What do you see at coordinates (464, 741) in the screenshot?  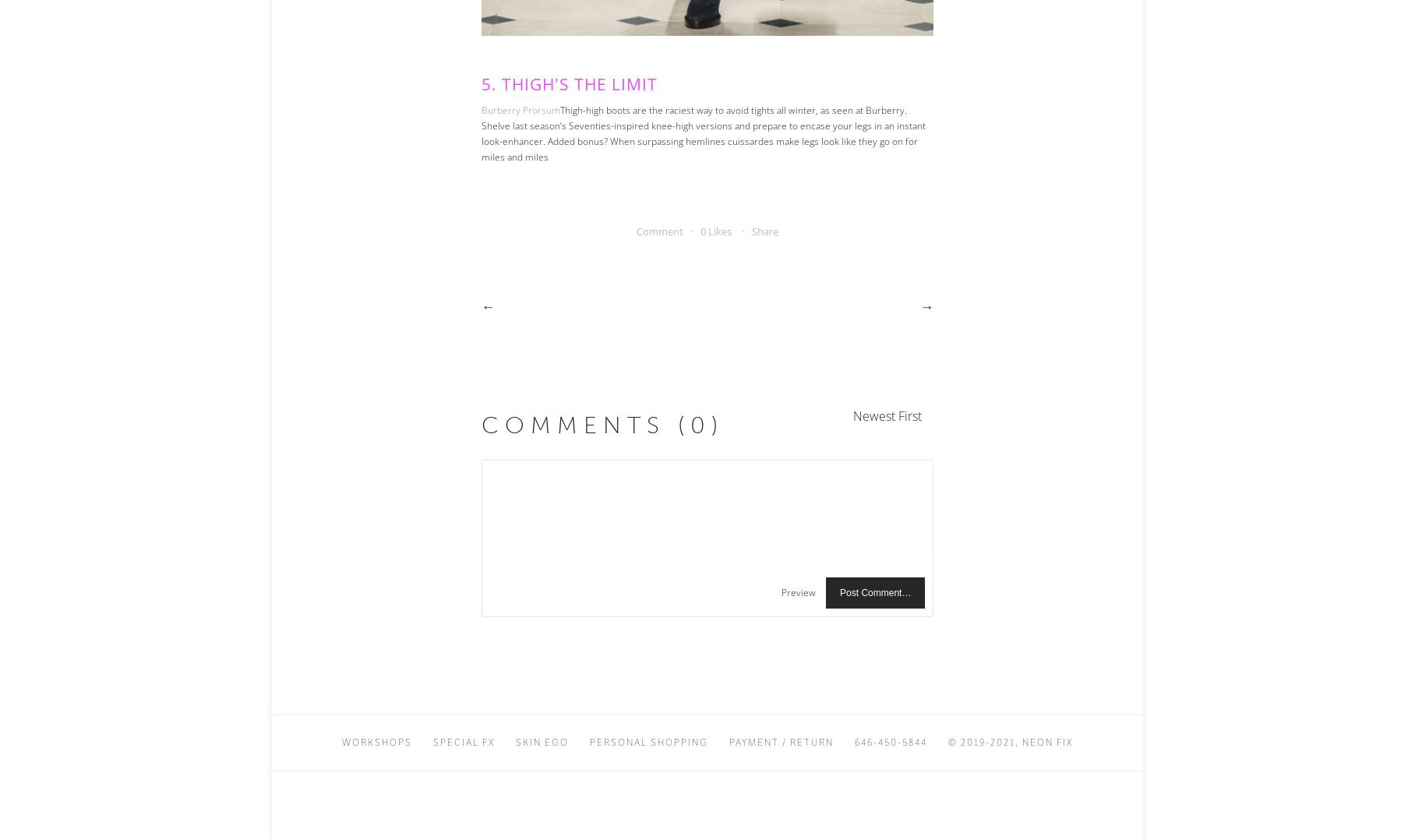 I see `'Special FX'` at bounding box center [464, 741].